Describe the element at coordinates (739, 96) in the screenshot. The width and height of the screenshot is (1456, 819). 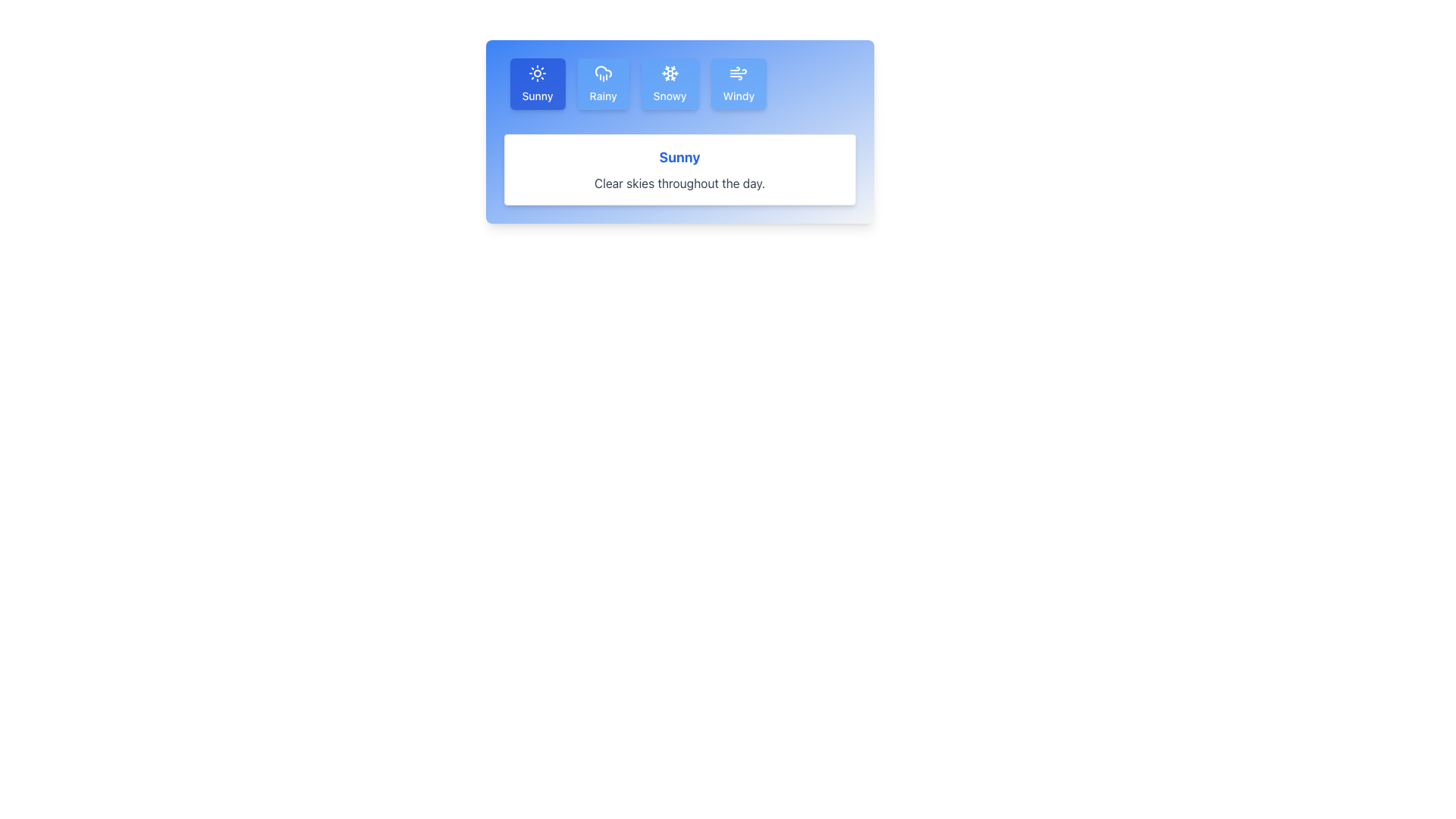
I see `the label that describes the button's purpose related to weather conditions, located within the fourth button in a horizontal series of 'Sunny', 'Rainy', and 'Snowy'` at that location.